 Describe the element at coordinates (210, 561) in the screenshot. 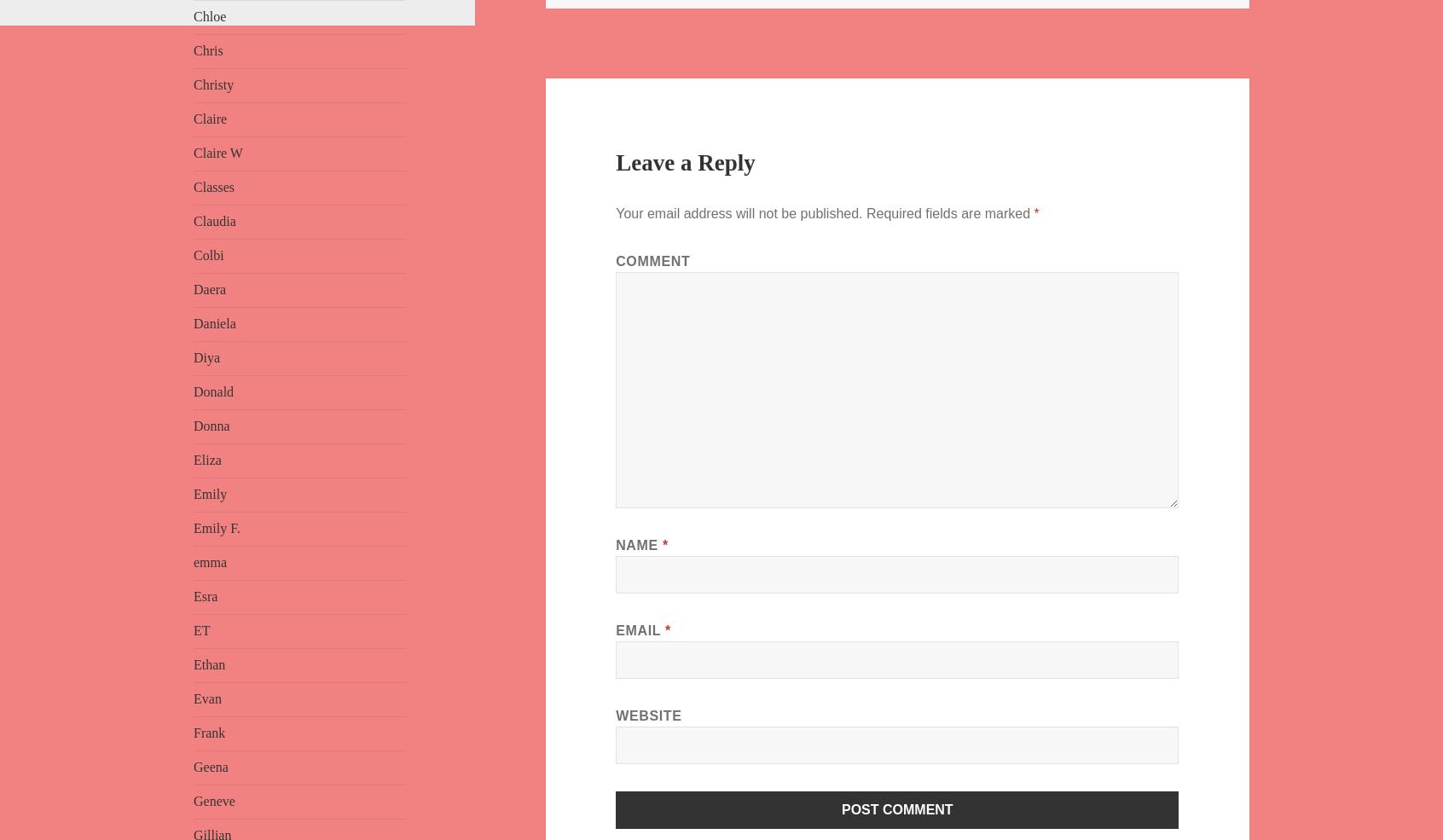

I see `'emma'` at that location.